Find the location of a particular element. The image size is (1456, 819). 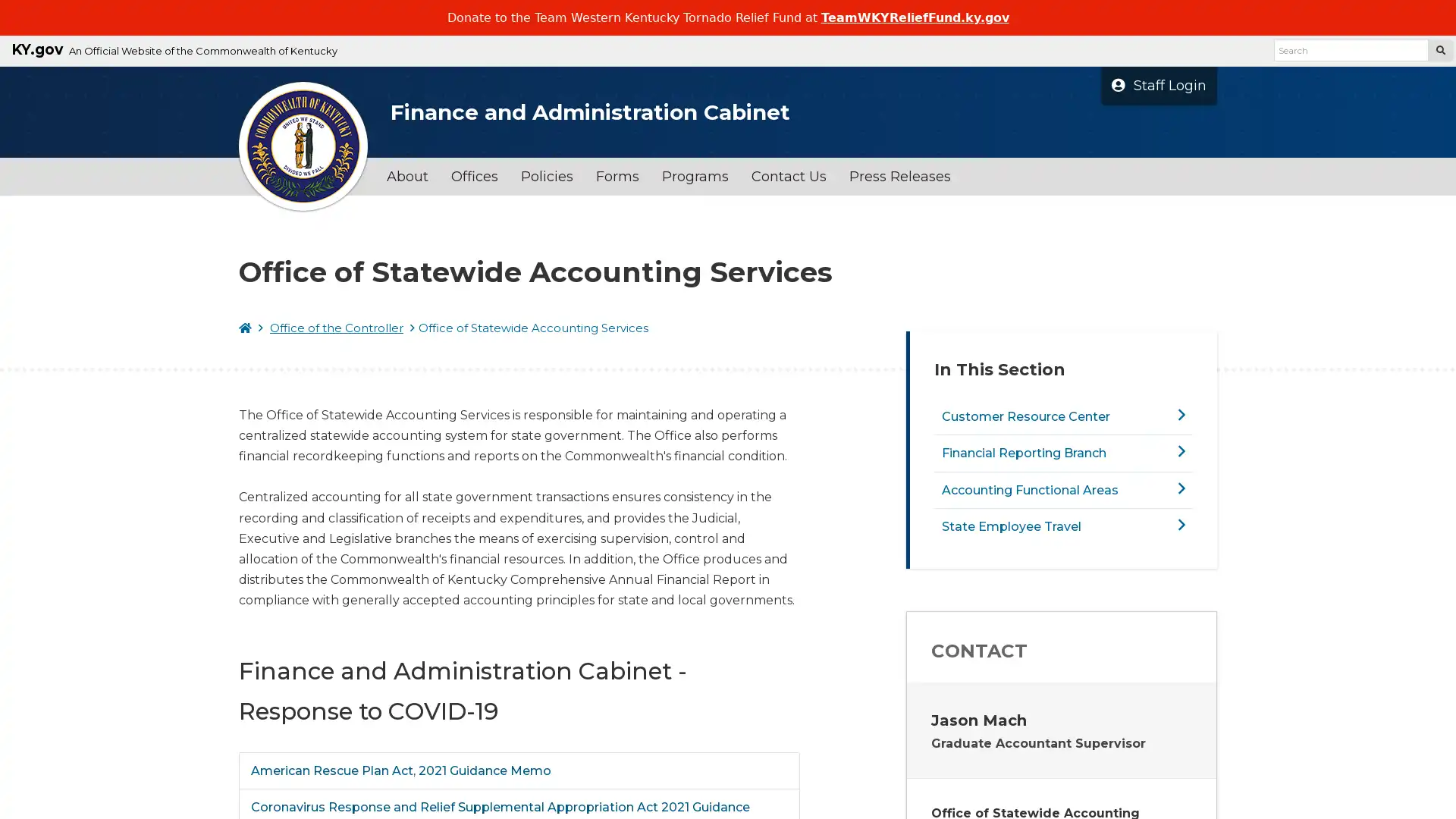

Search is located at coordinates (1439, 49).